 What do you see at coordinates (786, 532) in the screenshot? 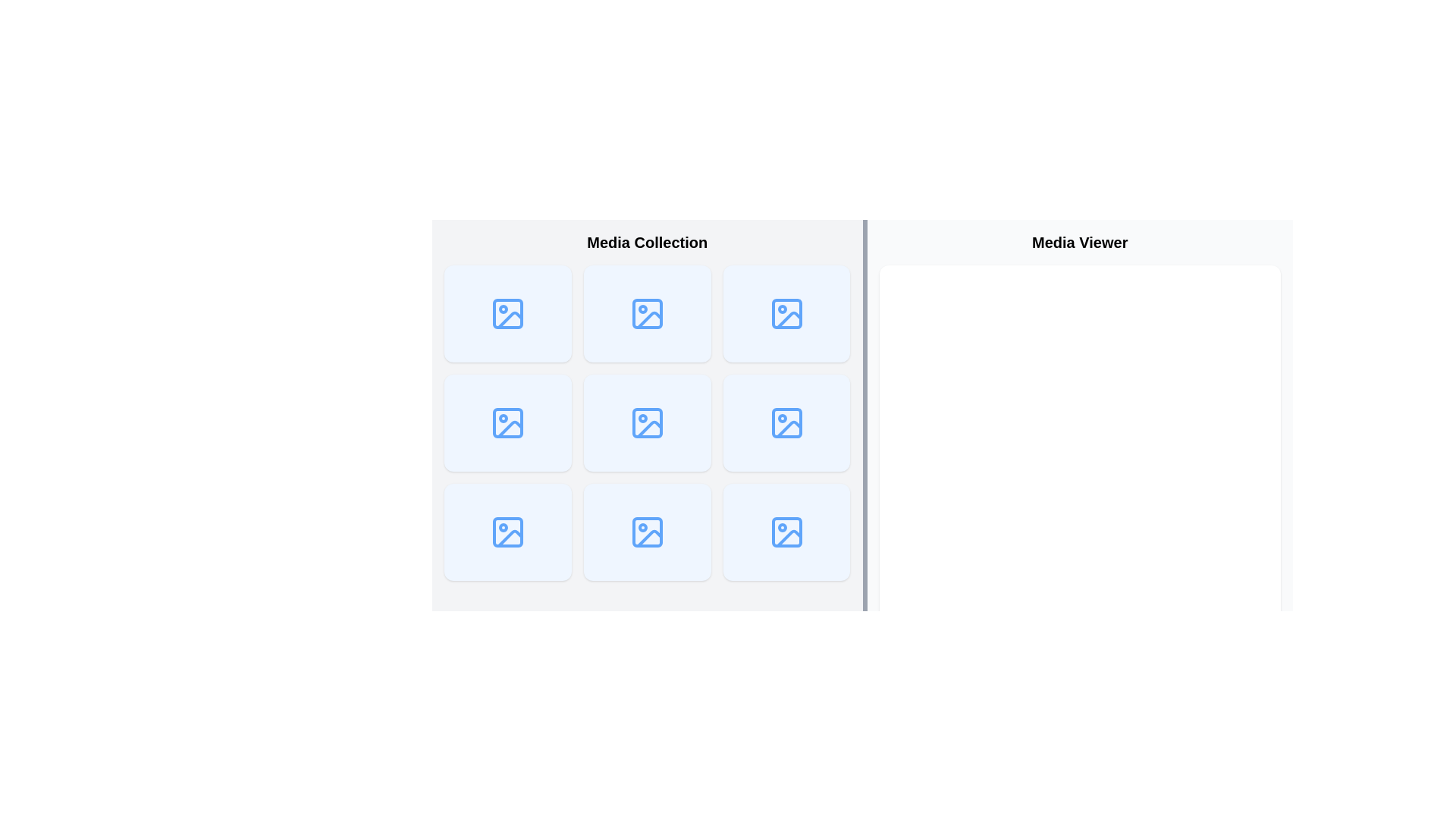
I see `the media icon located in the bottom-right cell of the 3x3 grid in the 'Media Collection' section` at bounding box center [786, 532].